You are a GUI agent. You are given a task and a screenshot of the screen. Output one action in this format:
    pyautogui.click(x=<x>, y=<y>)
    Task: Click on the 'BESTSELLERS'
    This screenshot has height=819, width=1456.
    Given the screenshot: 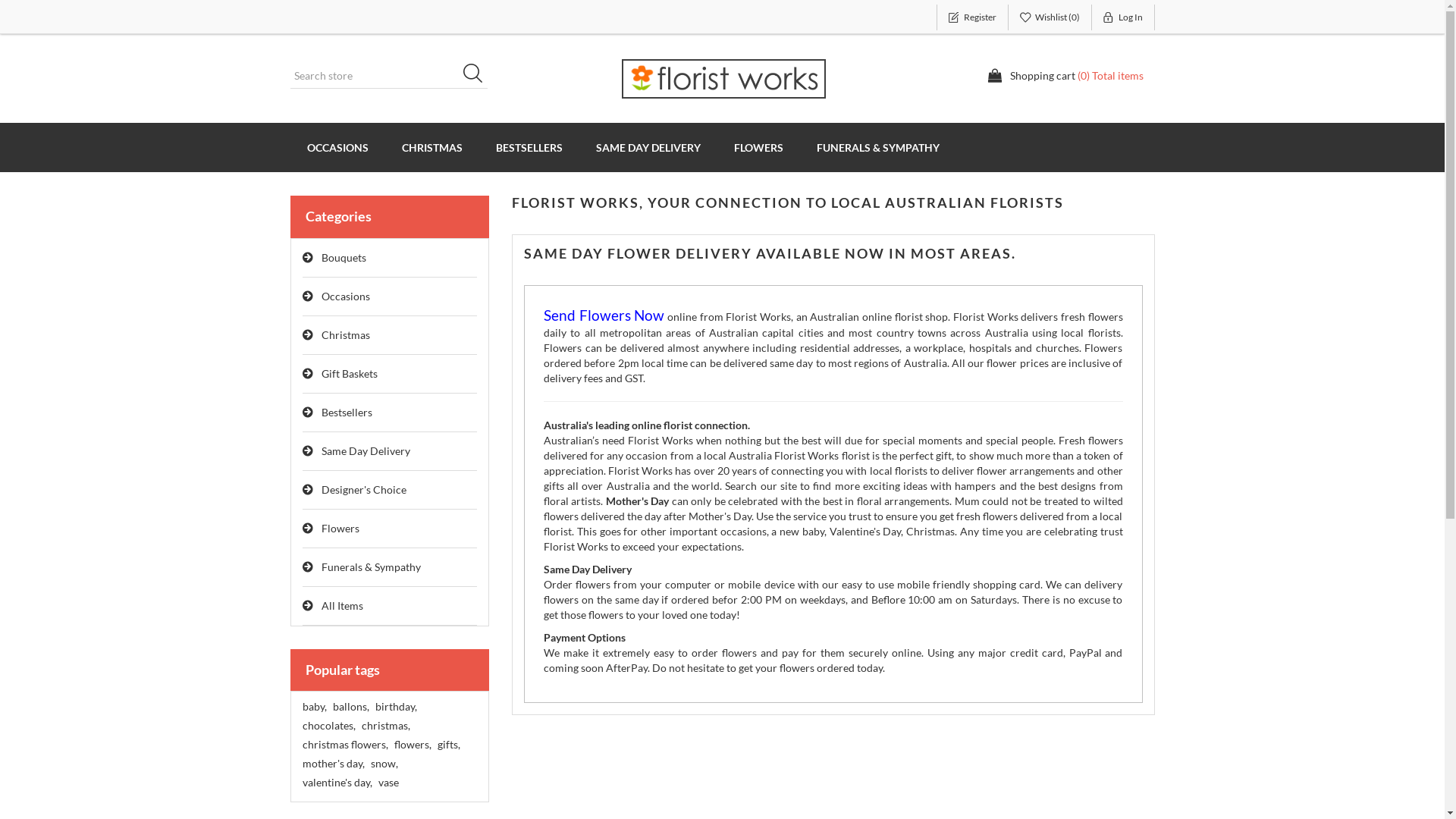 What is the action you would take?
    pyautogui.click(x=529, y=147)
    